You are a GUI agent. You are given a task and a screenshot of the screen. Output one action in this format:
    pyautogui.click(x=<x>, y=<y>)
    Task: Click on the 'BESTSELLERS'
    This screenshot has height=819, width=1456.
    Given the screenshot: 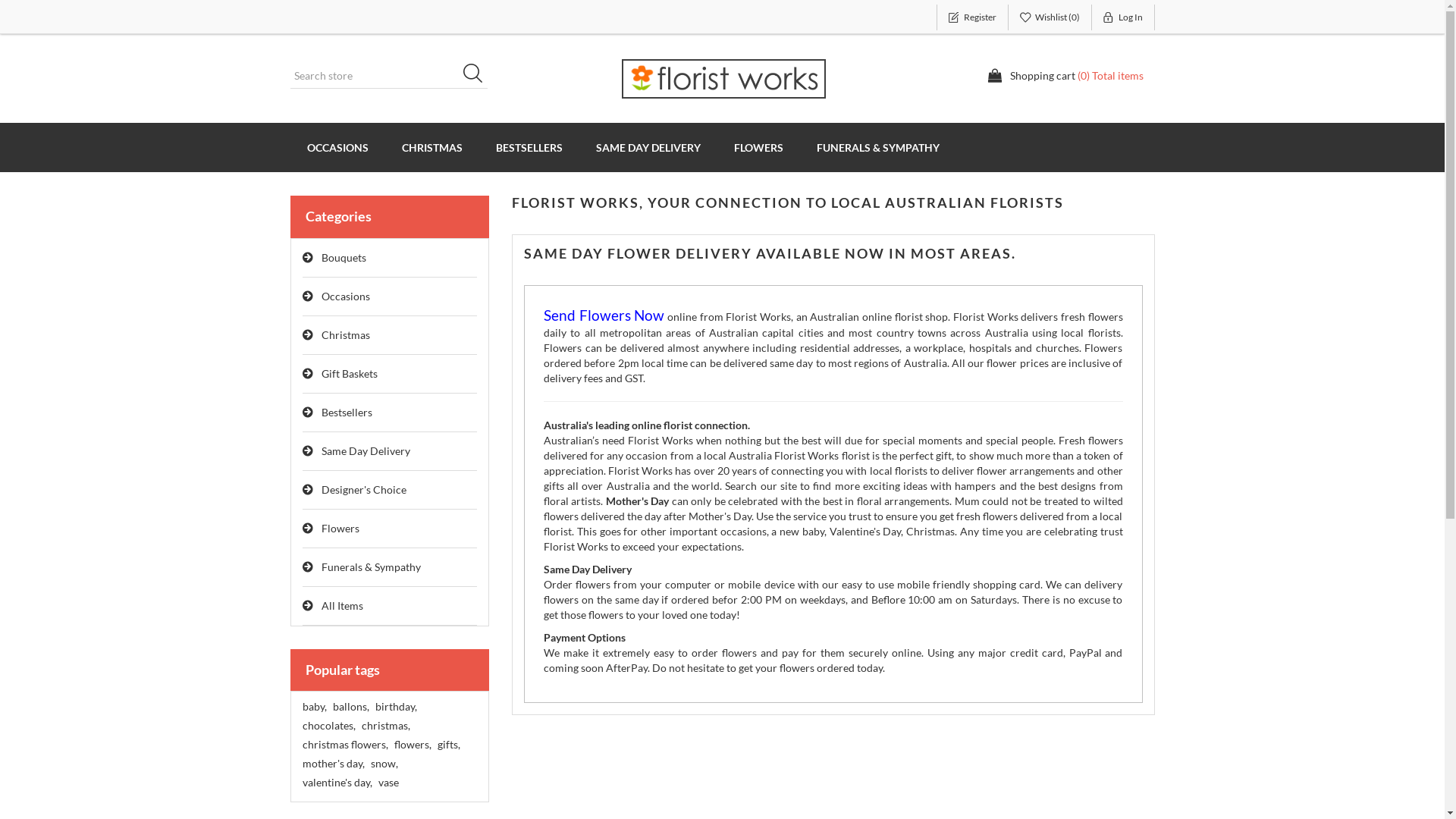 What is the action you would take?
    pyautogui.click(x=529, y=147)
    